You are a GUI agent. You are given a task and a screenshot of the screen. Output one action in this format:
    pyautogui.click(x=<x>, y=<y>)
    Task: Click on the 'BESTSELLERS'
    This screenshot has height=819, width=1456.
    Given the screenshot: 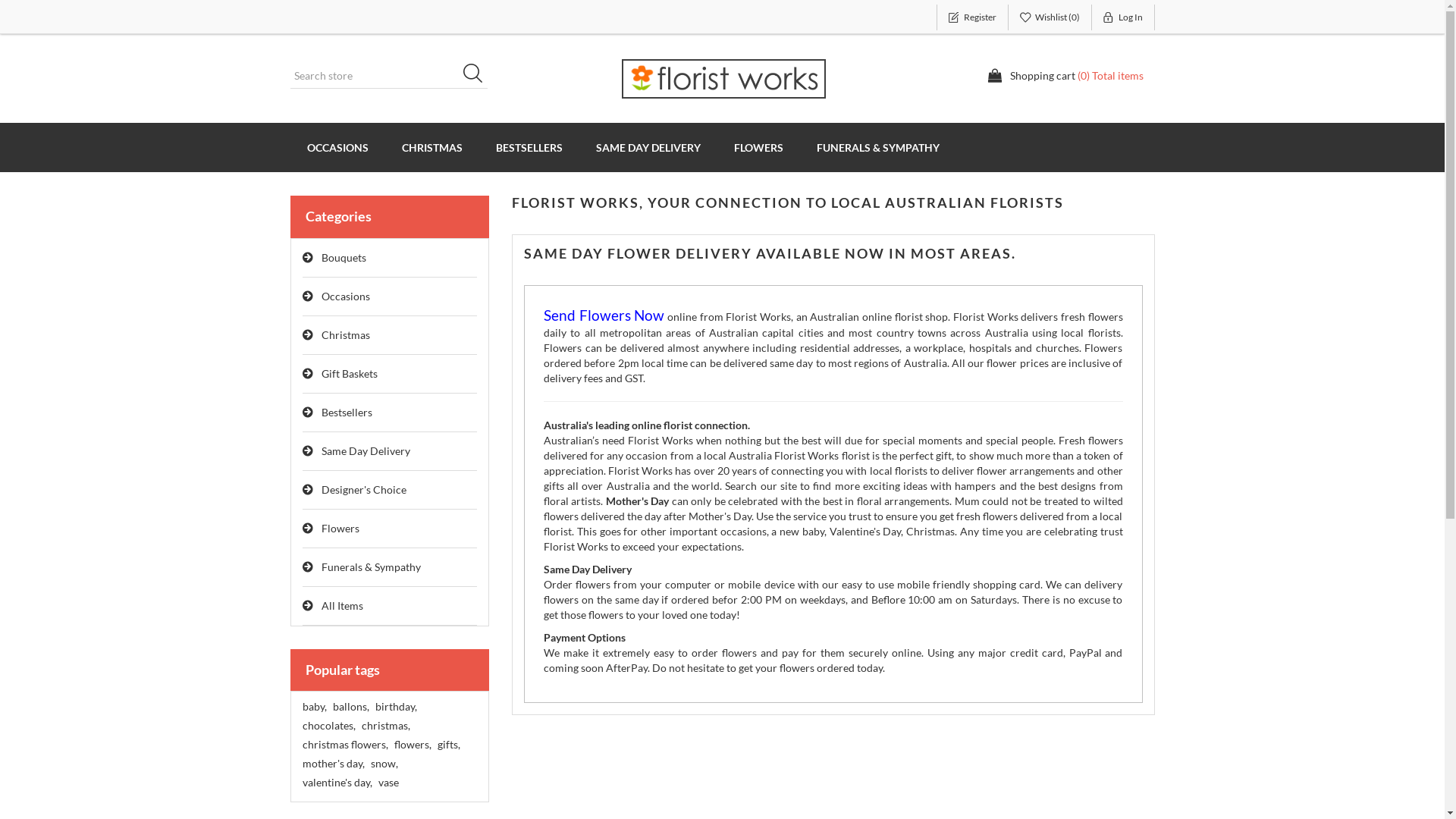 What is the action you would take?
    pyautogui.click(x=529, y=147)
    